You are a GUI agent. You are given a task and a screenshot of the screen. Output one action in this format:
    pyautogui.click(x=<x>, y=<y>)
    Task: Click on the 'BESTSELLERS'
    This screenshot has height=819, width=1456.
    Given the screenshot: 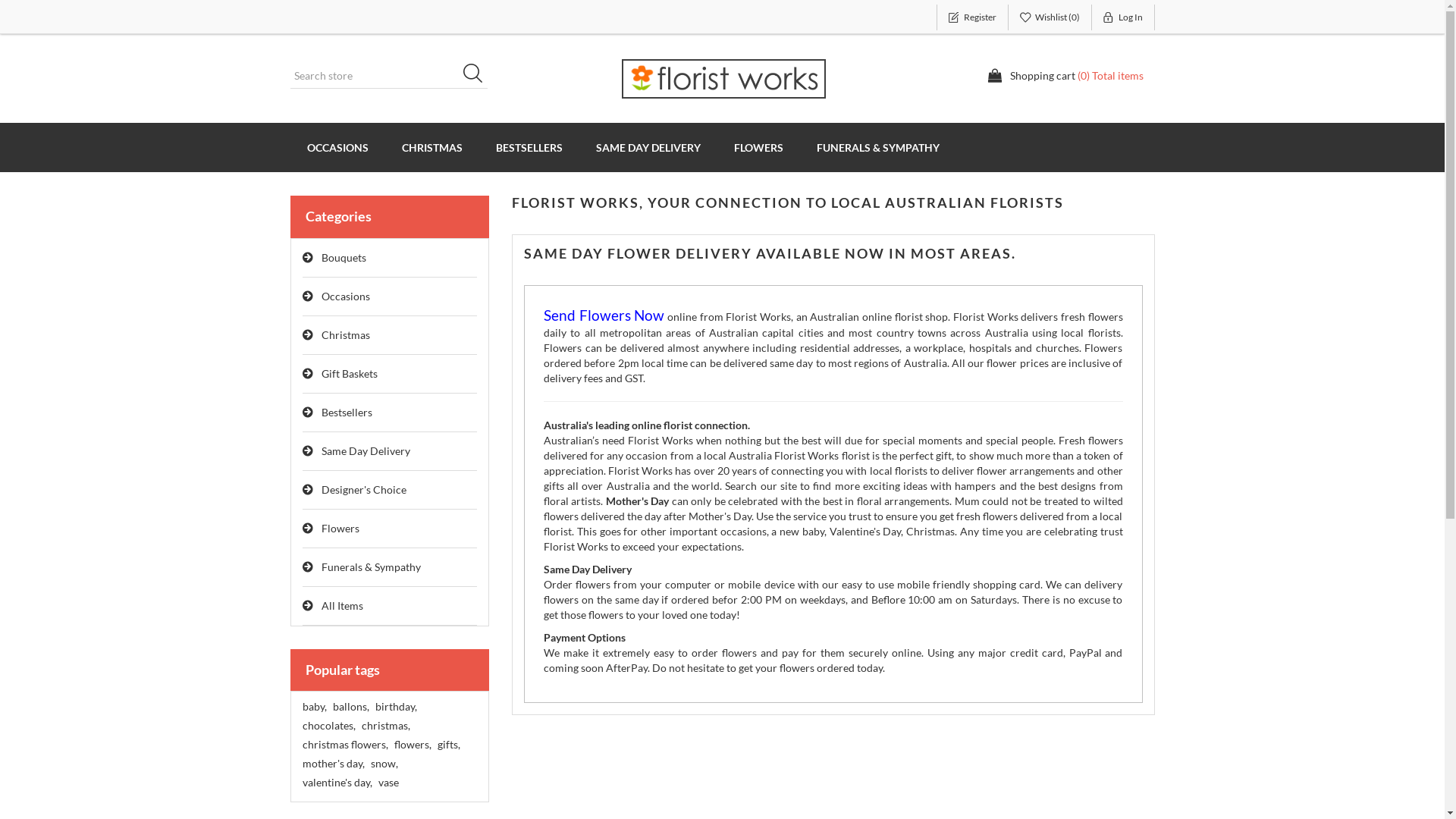 What is the action you would take?
    pyautogui.click(x=529, y=147)
    